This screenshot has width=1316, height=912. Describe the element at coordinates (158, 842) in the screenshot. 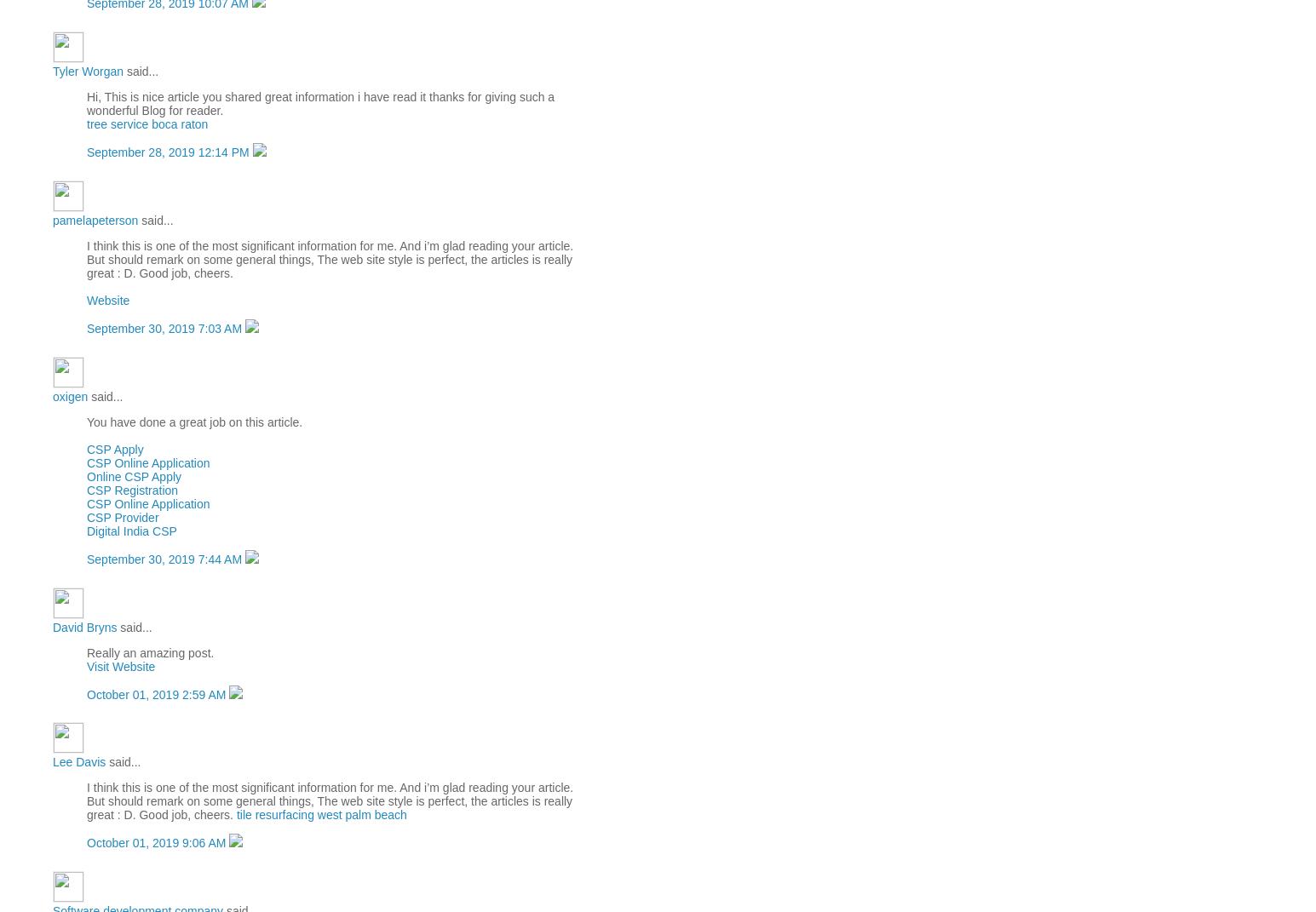

I see `'October 01, 2019 9:06 AM'` at that location.